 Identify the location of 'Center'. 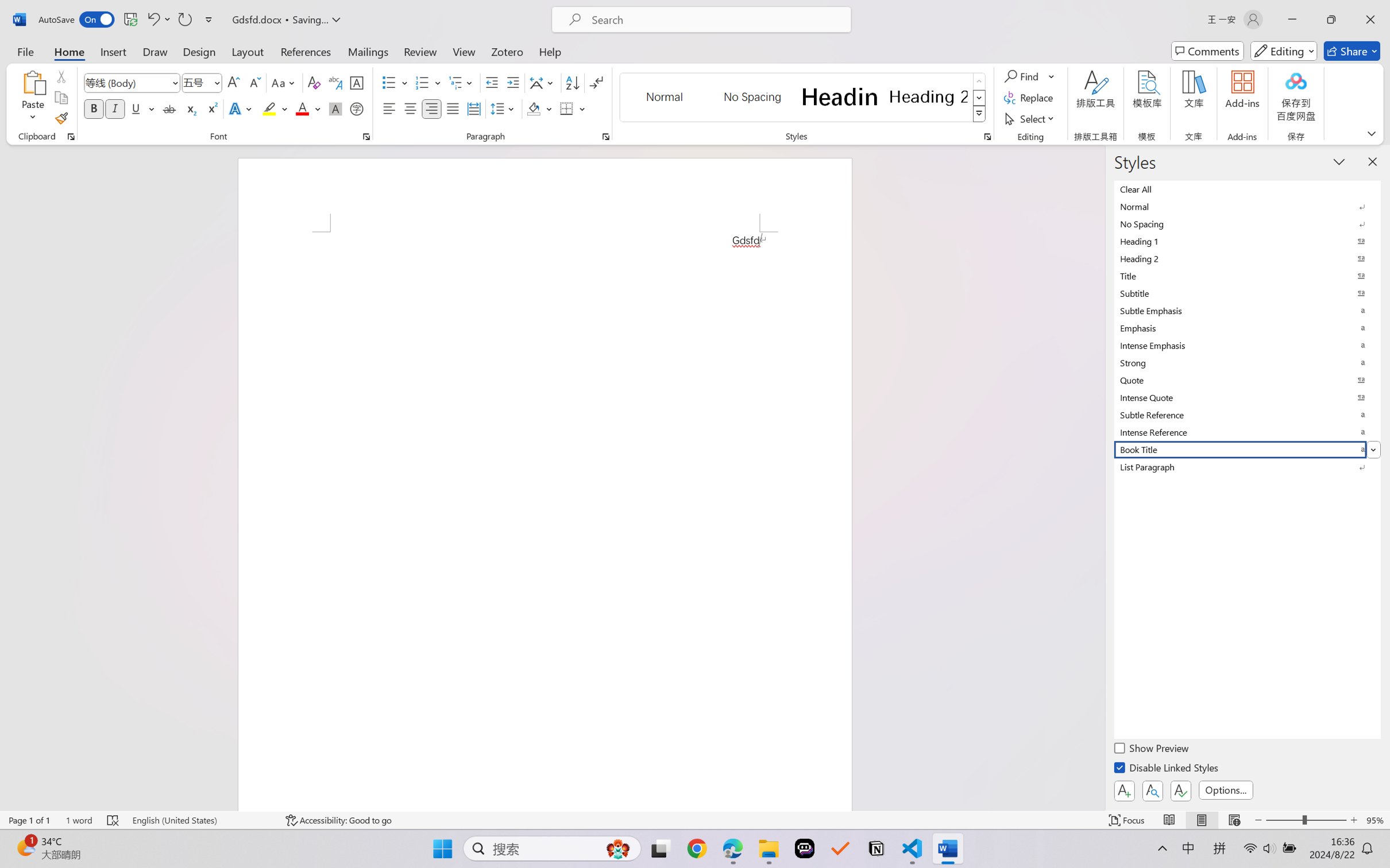
(410, 108).